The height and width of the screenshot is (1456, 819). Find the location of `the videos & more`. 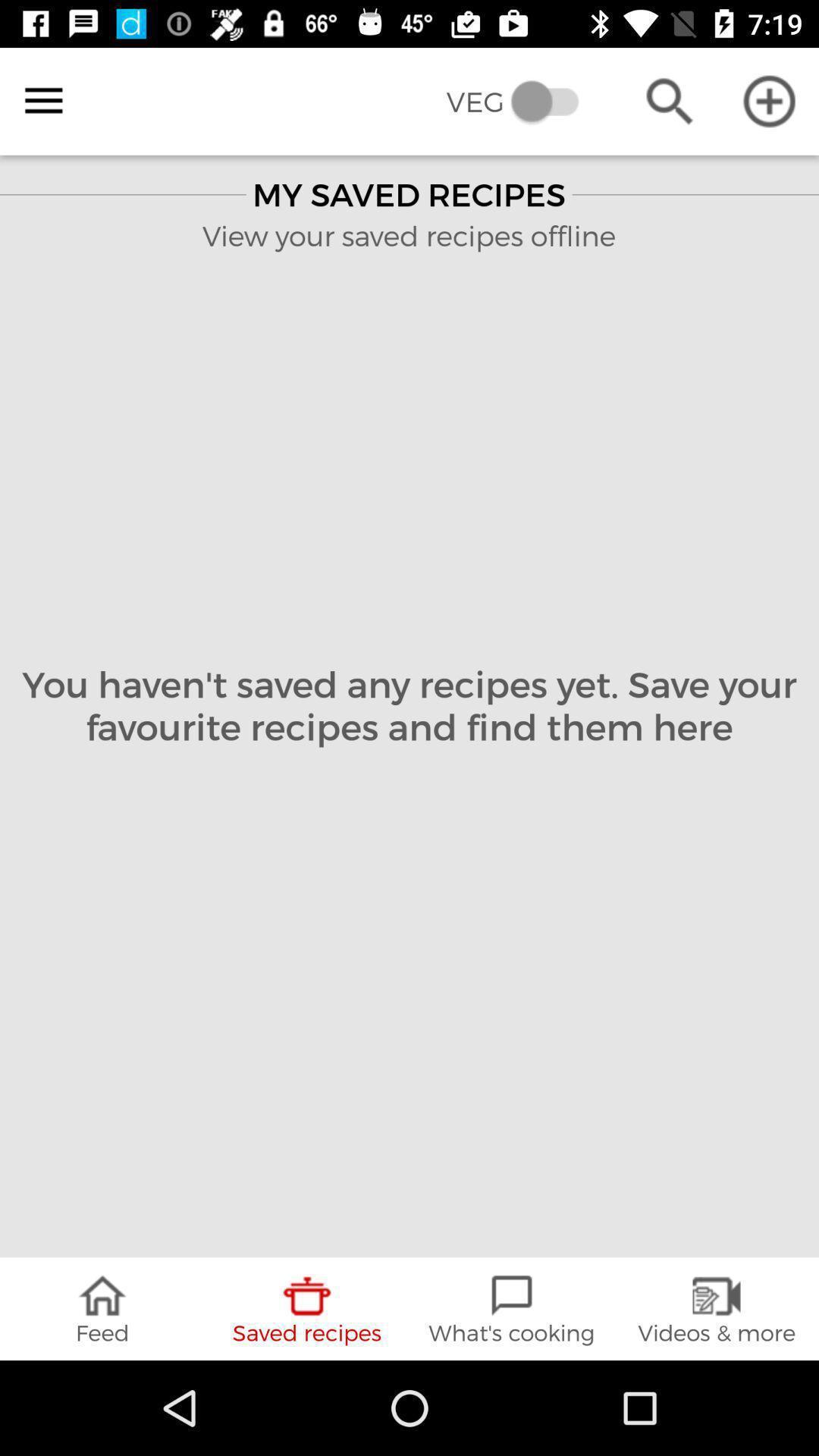

the videos & more is located at coordinates (717, 1308).